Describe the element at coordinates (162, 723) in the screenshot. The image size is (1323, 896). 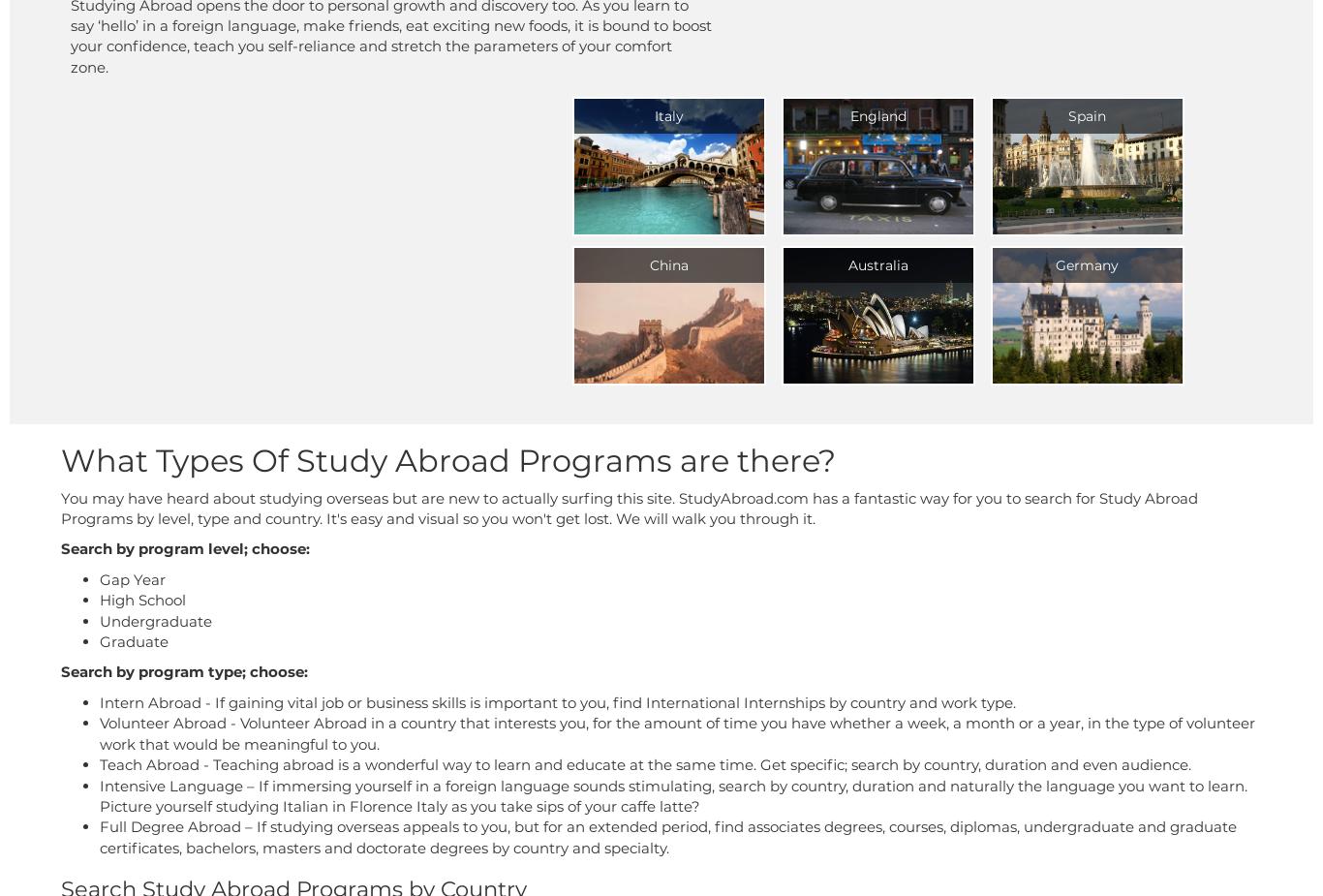
I see `'Volunteer Abroad'` at that location.